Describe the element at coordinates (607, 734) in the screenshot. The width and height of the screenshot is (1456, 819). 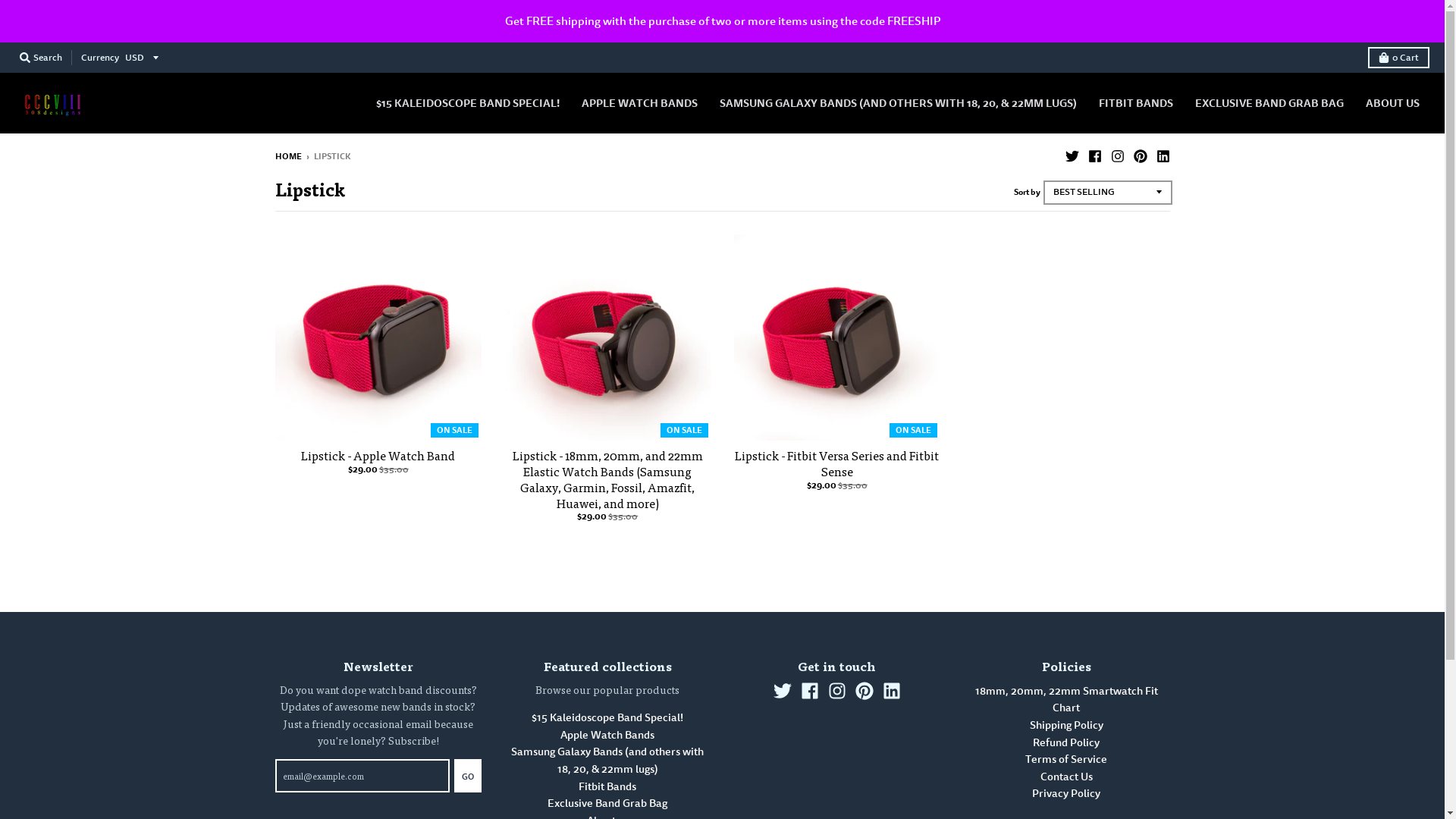
I see `'Apple Watch Bands'` at that location.